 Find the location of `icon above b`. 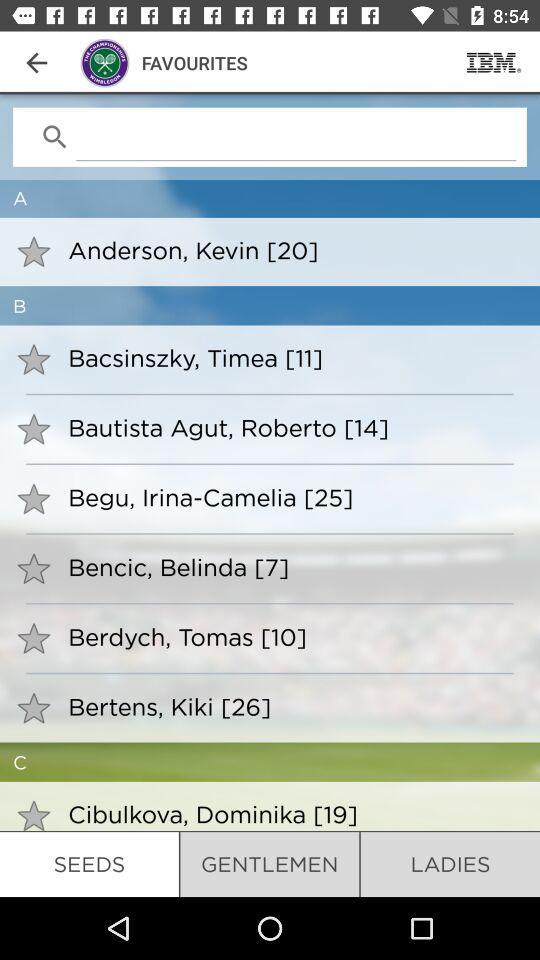

icon above b is located at coordinates (290, 249).